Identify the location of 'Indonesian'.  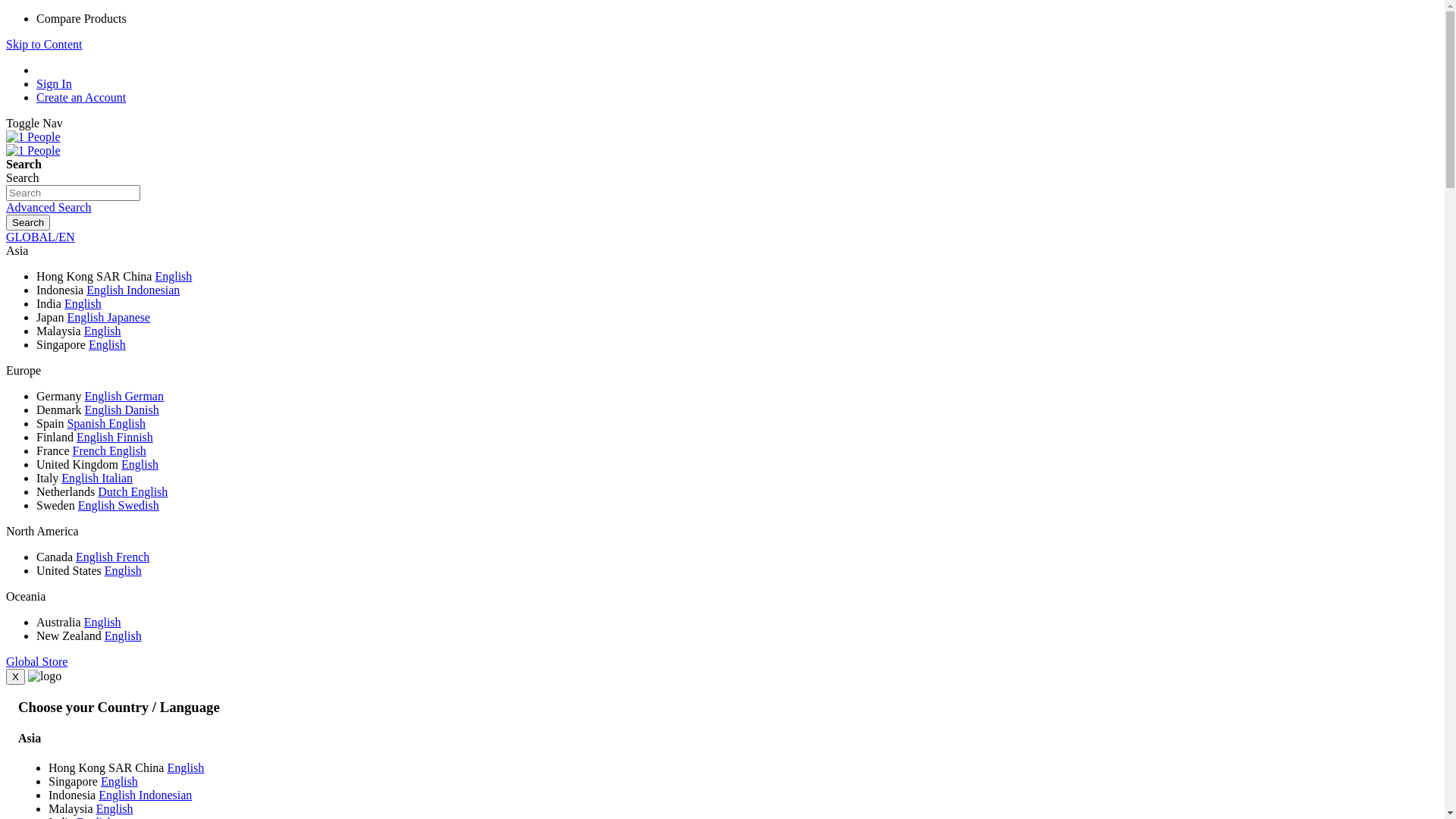
(165, 794).